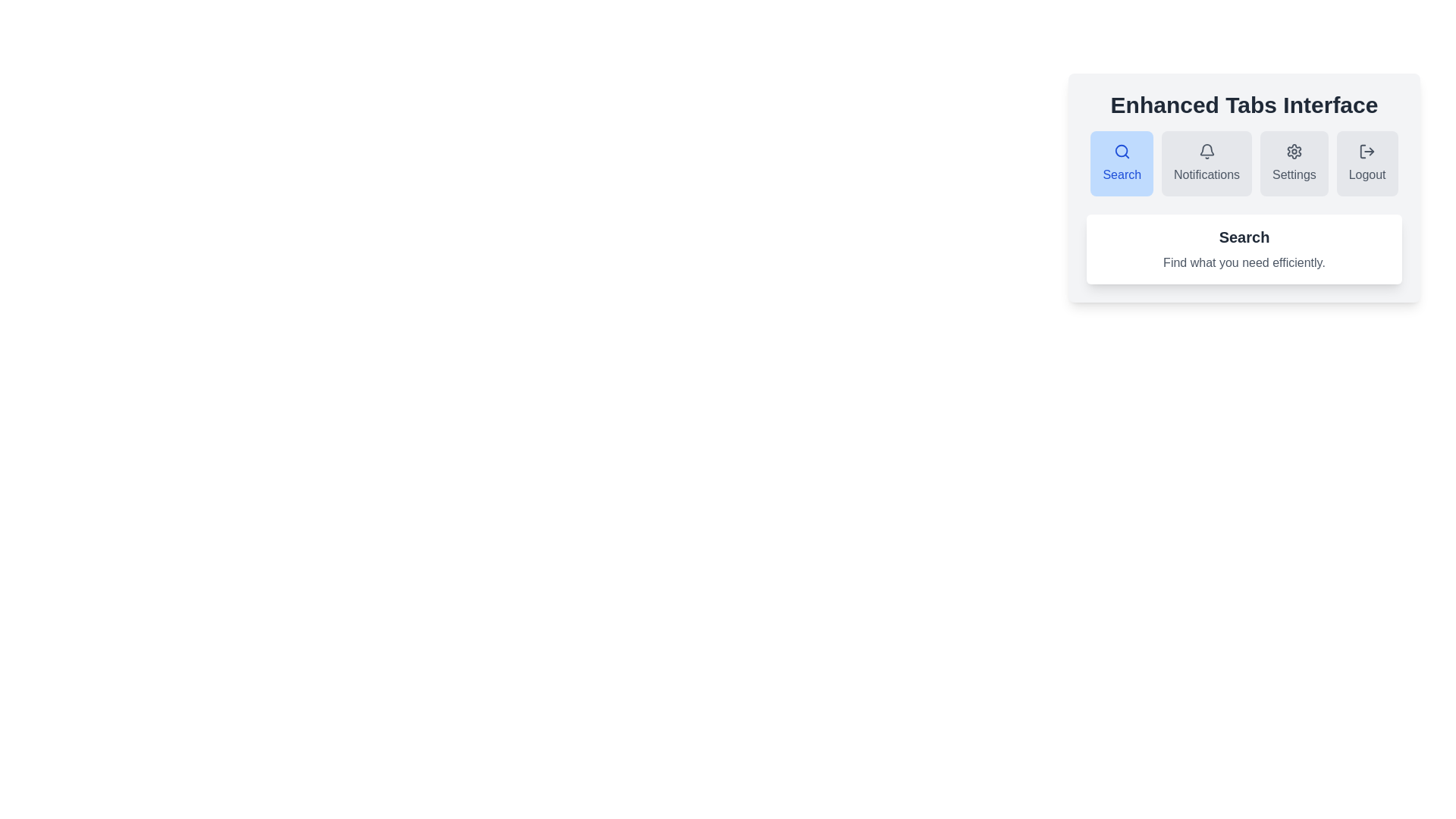  What do you see at coordinates (1367, 164) in the screenshot?
I see `the Logout tab to view its content` at bounding box center [1367, 164].